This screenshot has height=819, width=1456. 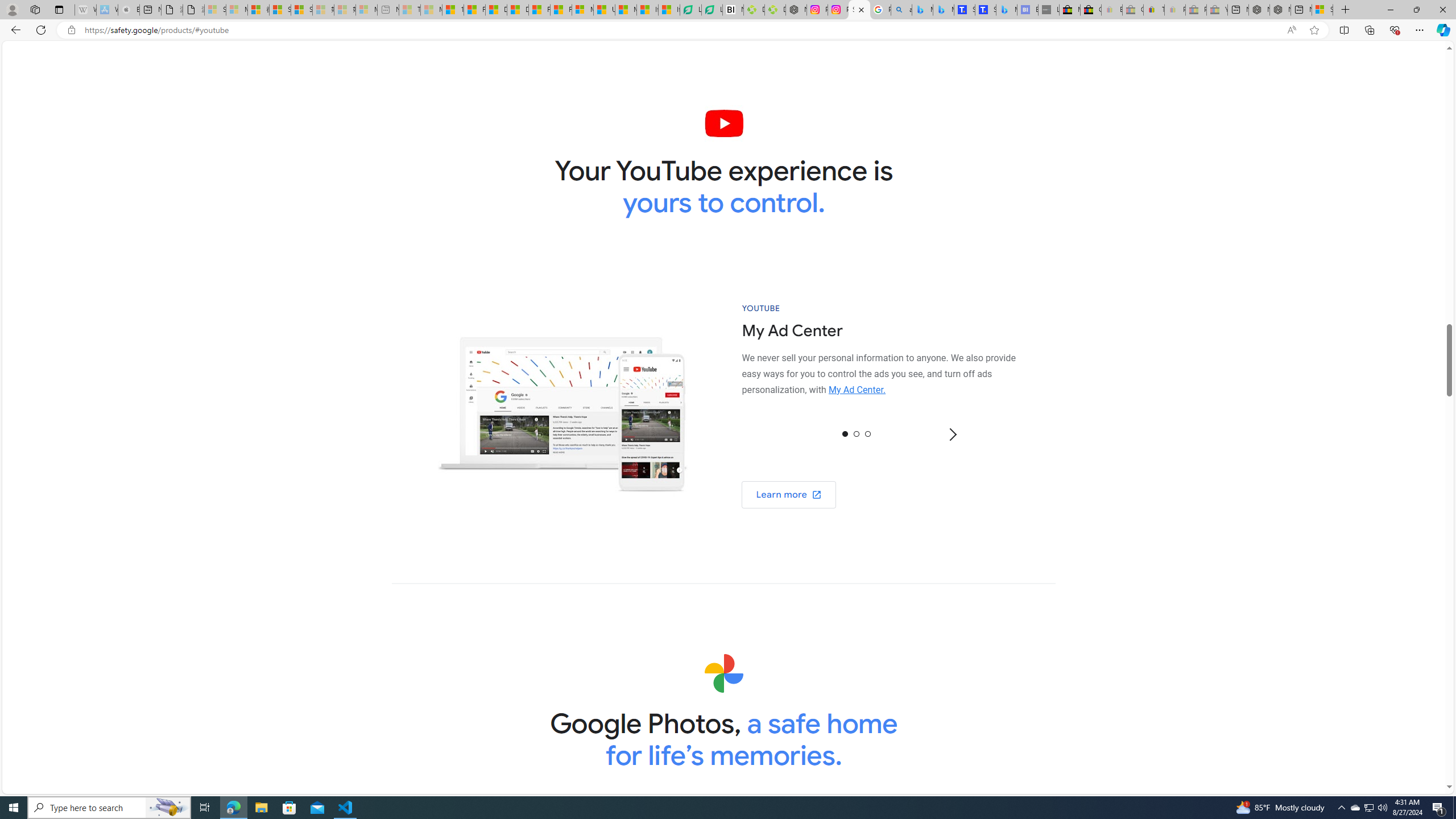 I want to click on 'Microsoft Services Agreement - Sleeping', so click(x=236, y=9).